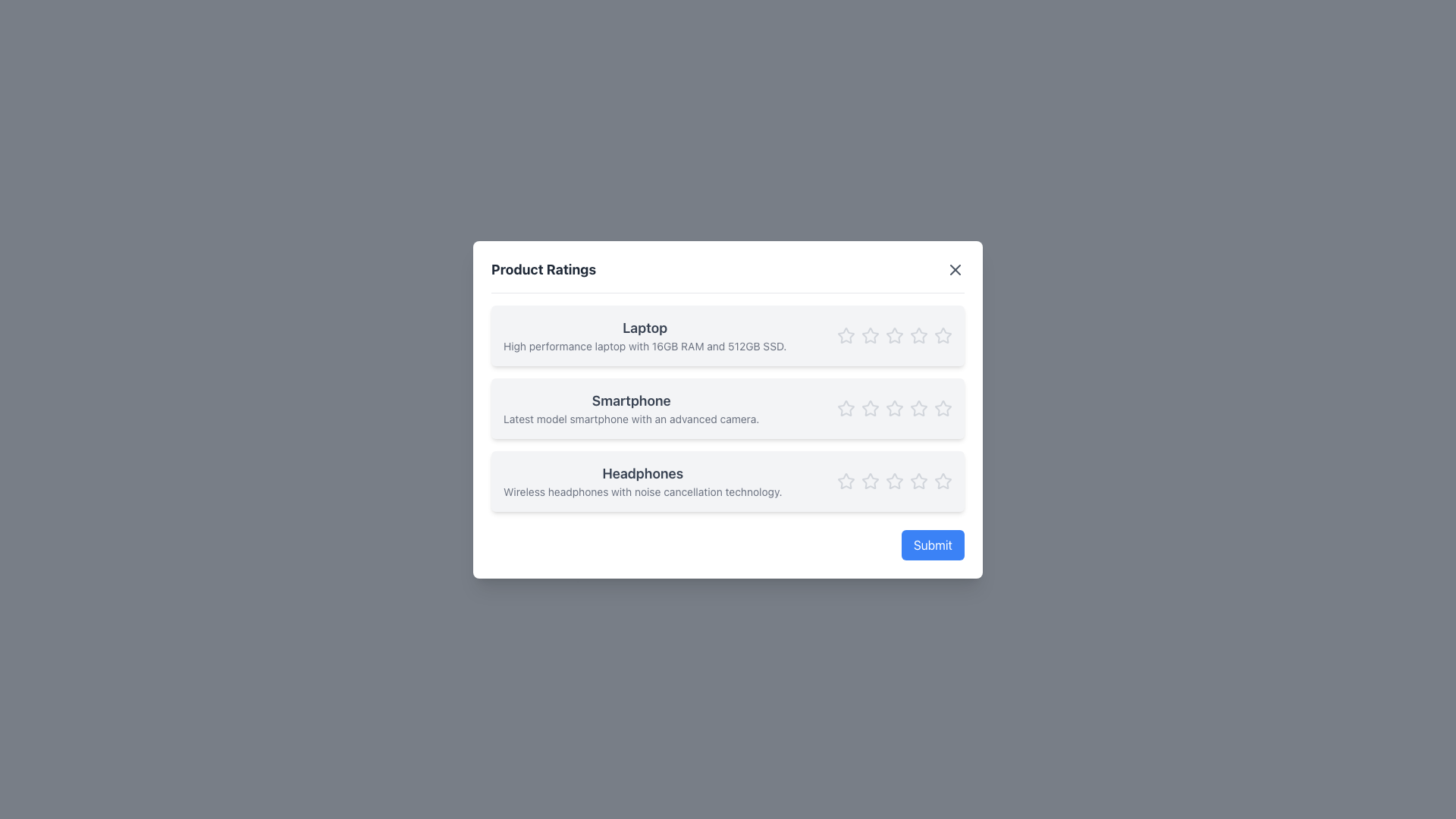 This screenshot has width=1456, height=819. Describe the element at coordinates (870, 480) in the screenshot. I see `the third star icon in the rating system for the 'Headphones' category to denote a rating value` at that location.